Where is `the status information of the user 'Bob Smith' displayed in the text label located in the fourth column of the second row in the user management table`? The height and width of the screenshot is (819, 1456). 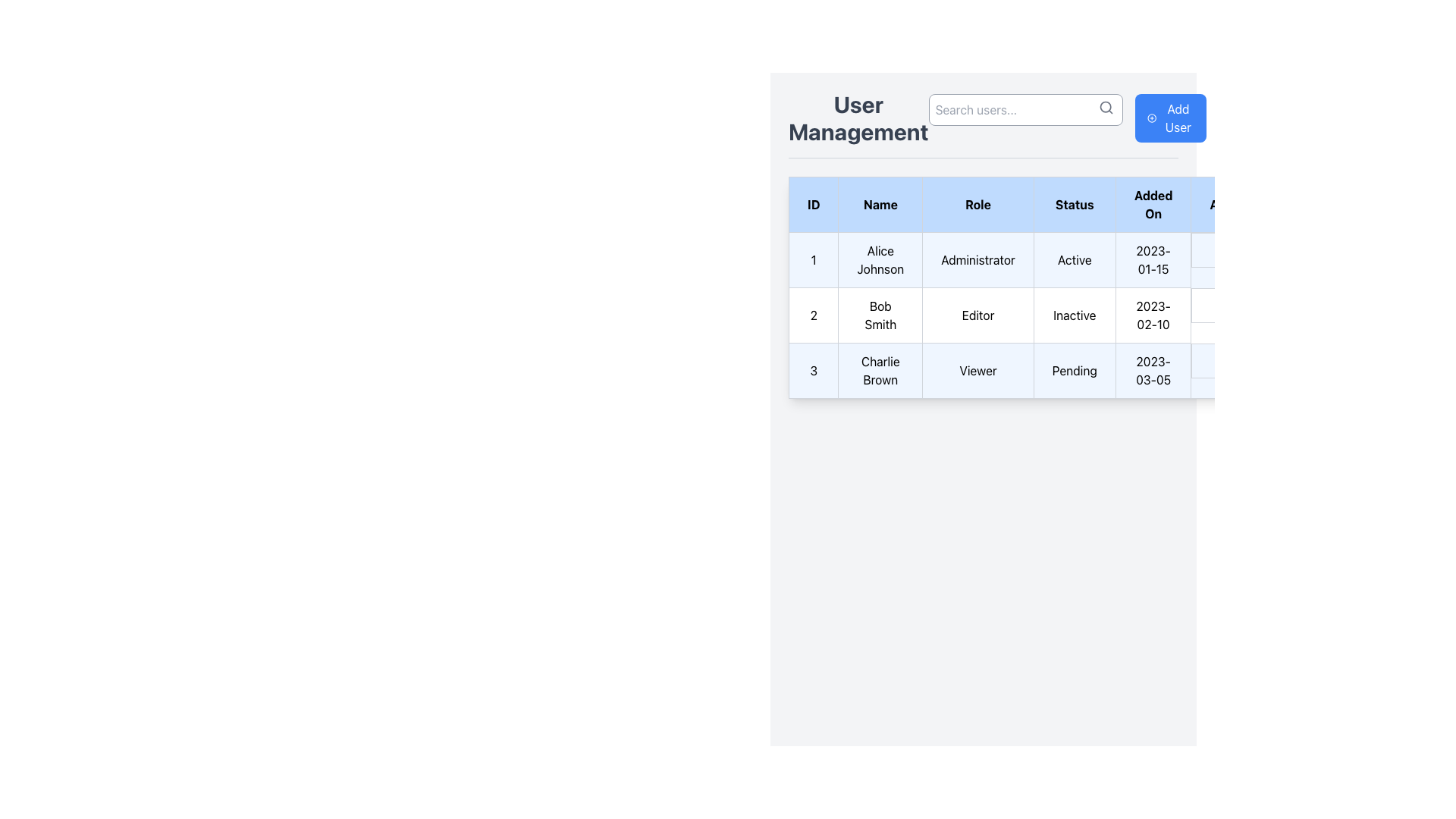 the status information of the user 'Bob Smith' displayed in the text label located in the fourth column of the second row in the user management table is located at coordinates (1074, 315).